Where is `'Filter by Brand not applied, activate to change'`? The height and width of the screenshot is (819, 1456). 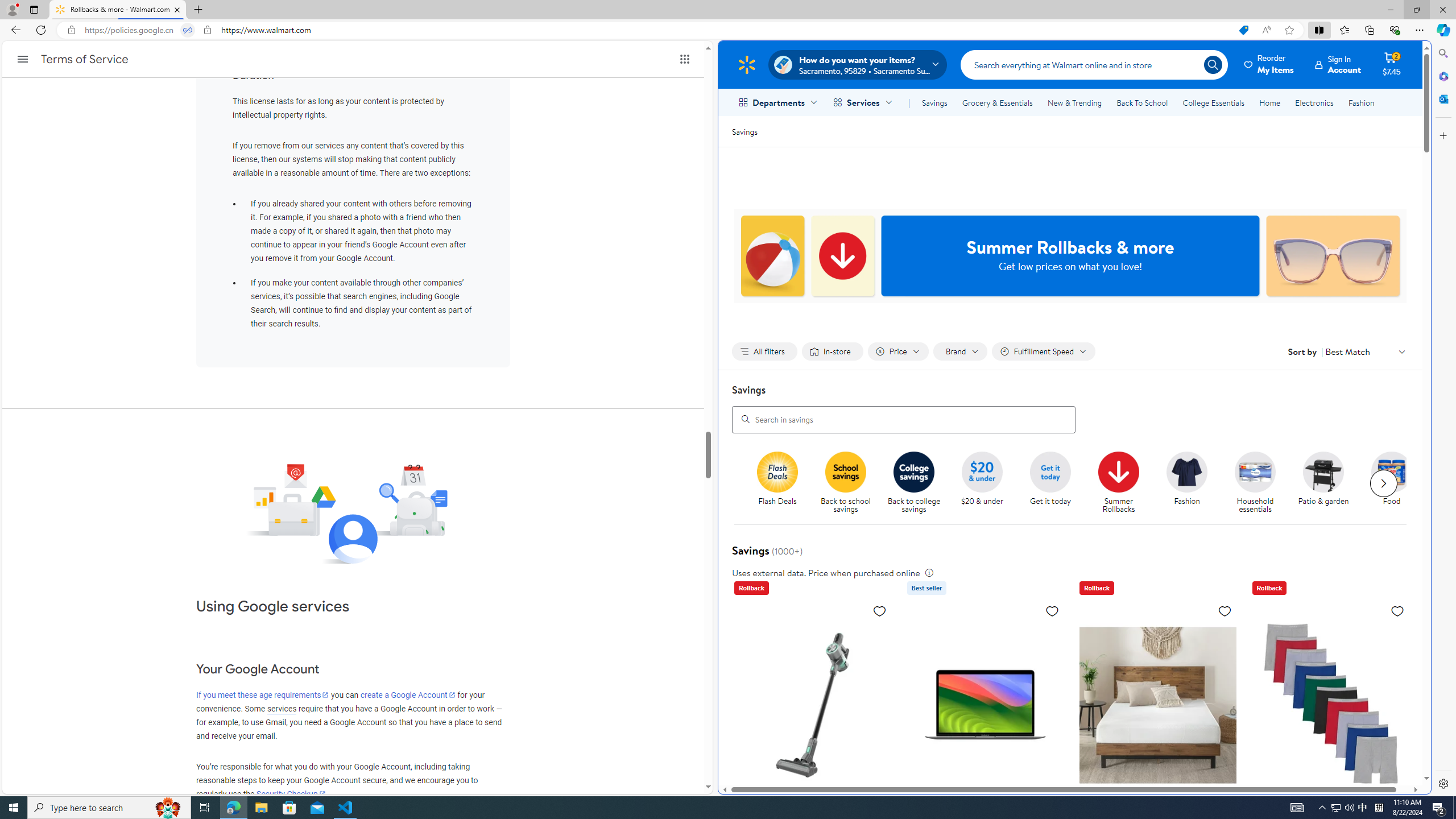
'Filter by Brand not applied, activate to change' is located at coordinates (960, 351).